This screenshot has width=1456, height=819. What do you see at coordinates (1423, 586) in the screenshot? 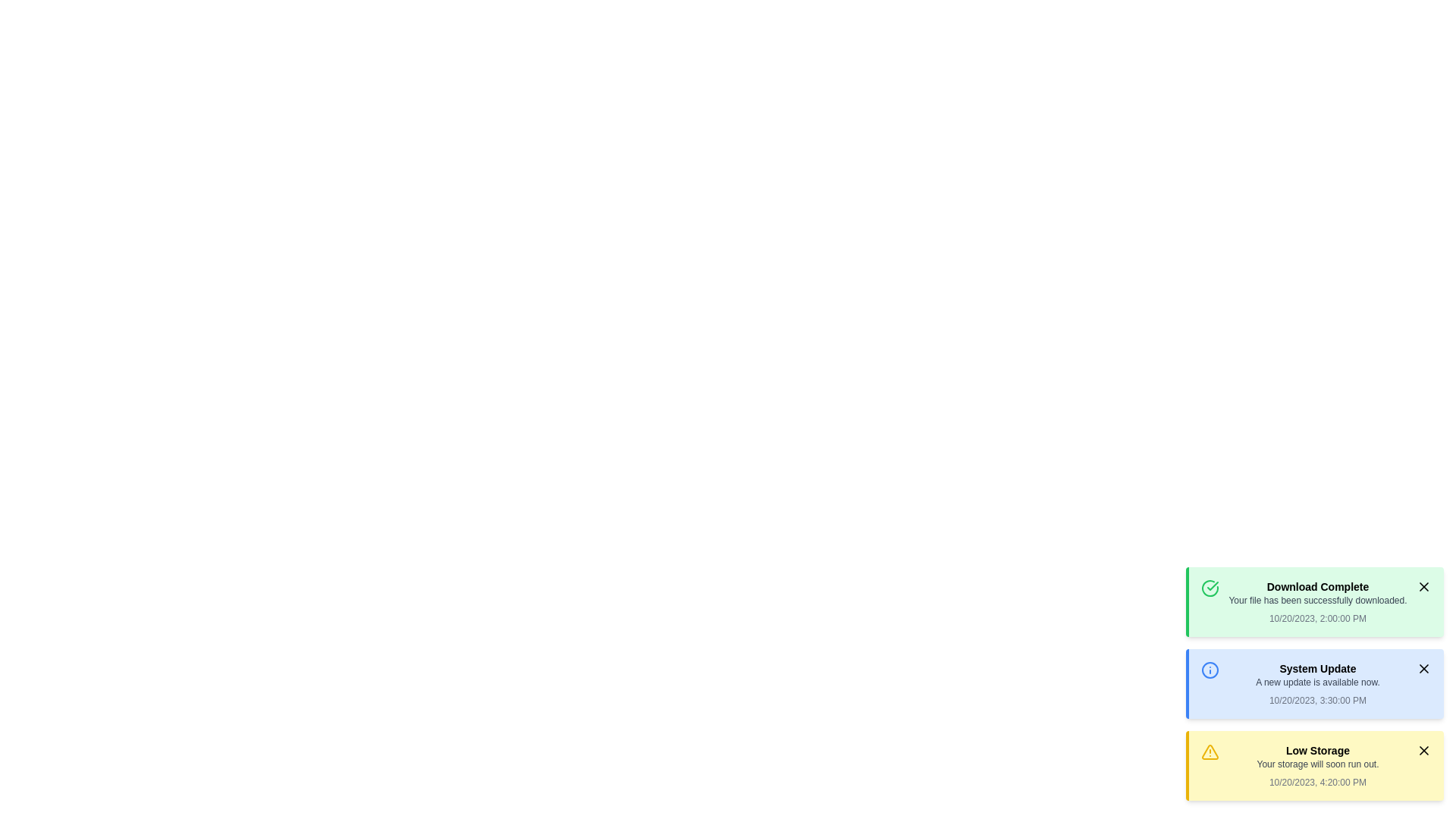
I see `the small black 'X' icon located at the top right corner of the 'Download Complete' notification box` at bounding box center [1423, 586].